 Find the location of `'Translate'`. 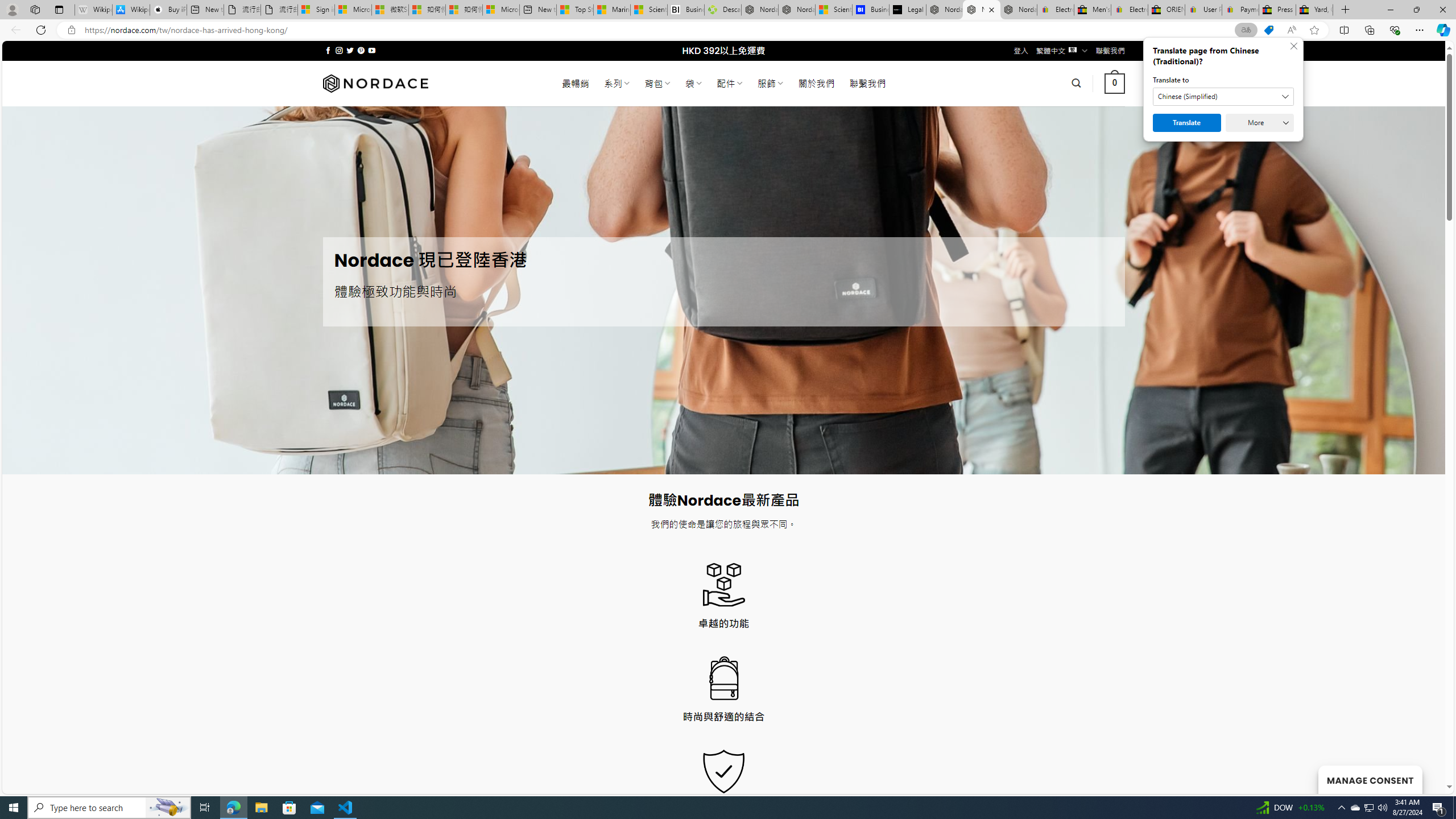

'Translate' is located at coordinates (1187, 122).